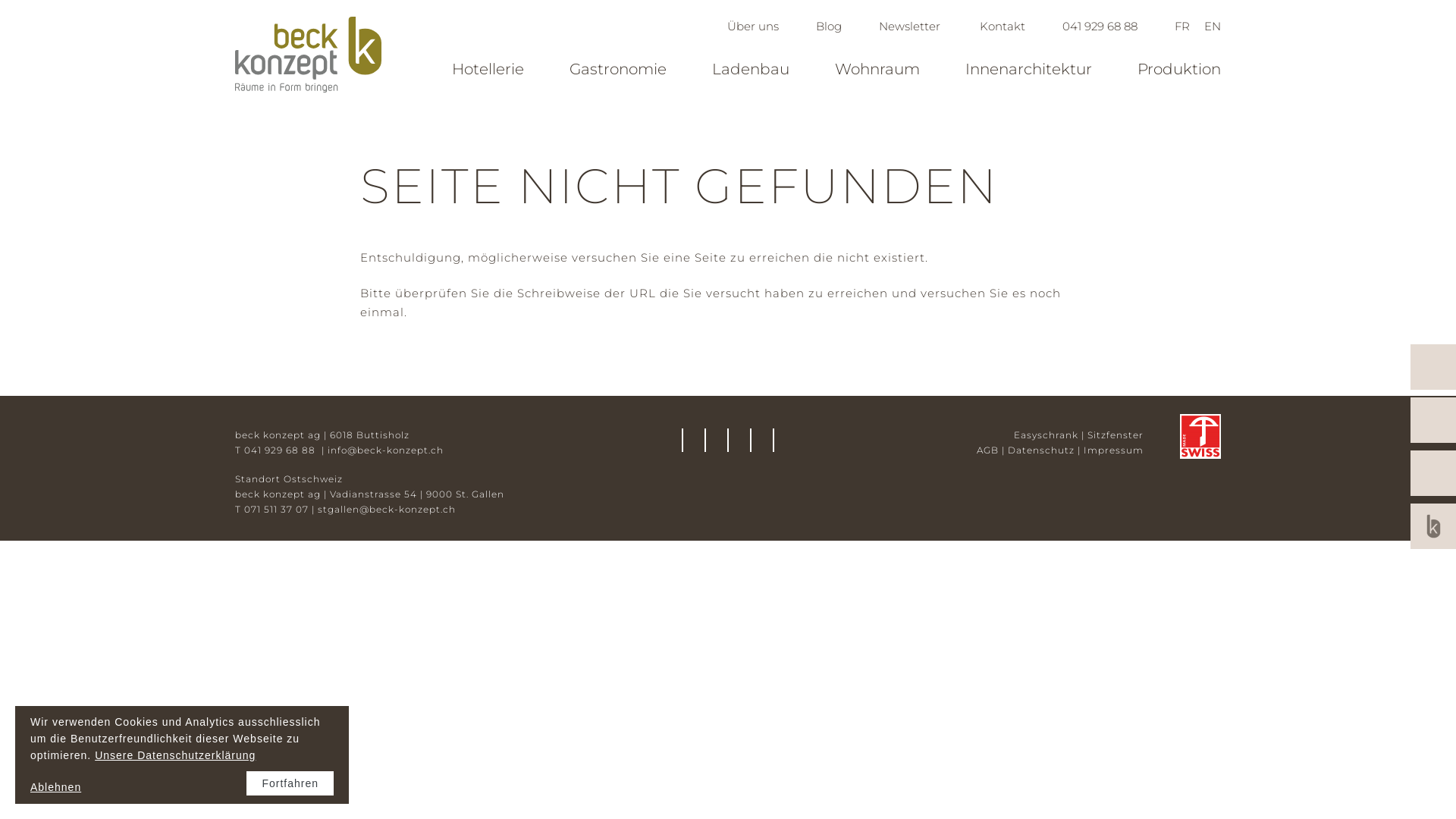 This screenshot has width=1456, height=819. I want to click on 'AGB', so click(987, 449).